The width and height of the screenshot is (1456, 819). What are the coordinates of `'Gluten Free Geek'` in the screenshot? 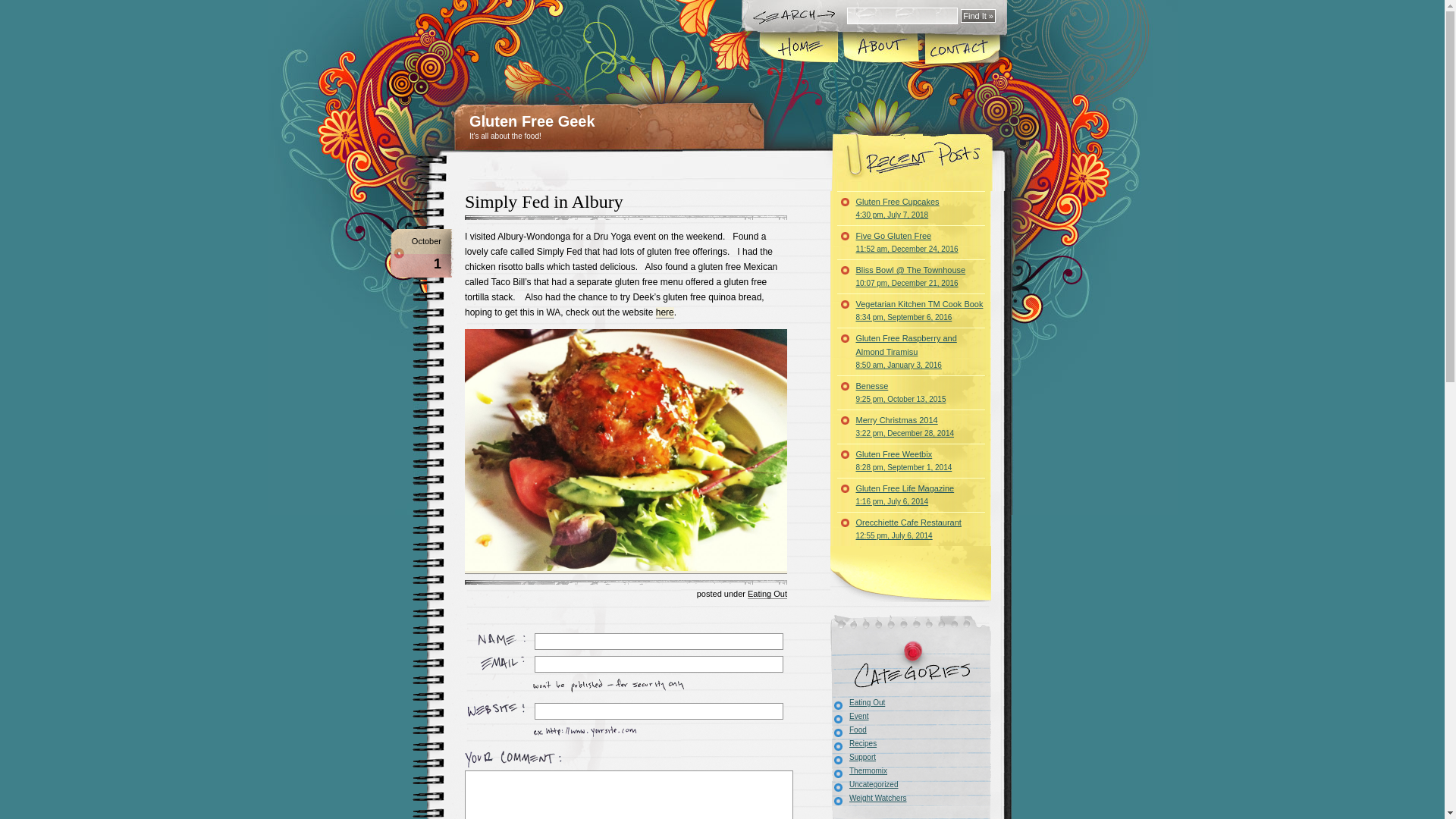 It's located at (532, 120).